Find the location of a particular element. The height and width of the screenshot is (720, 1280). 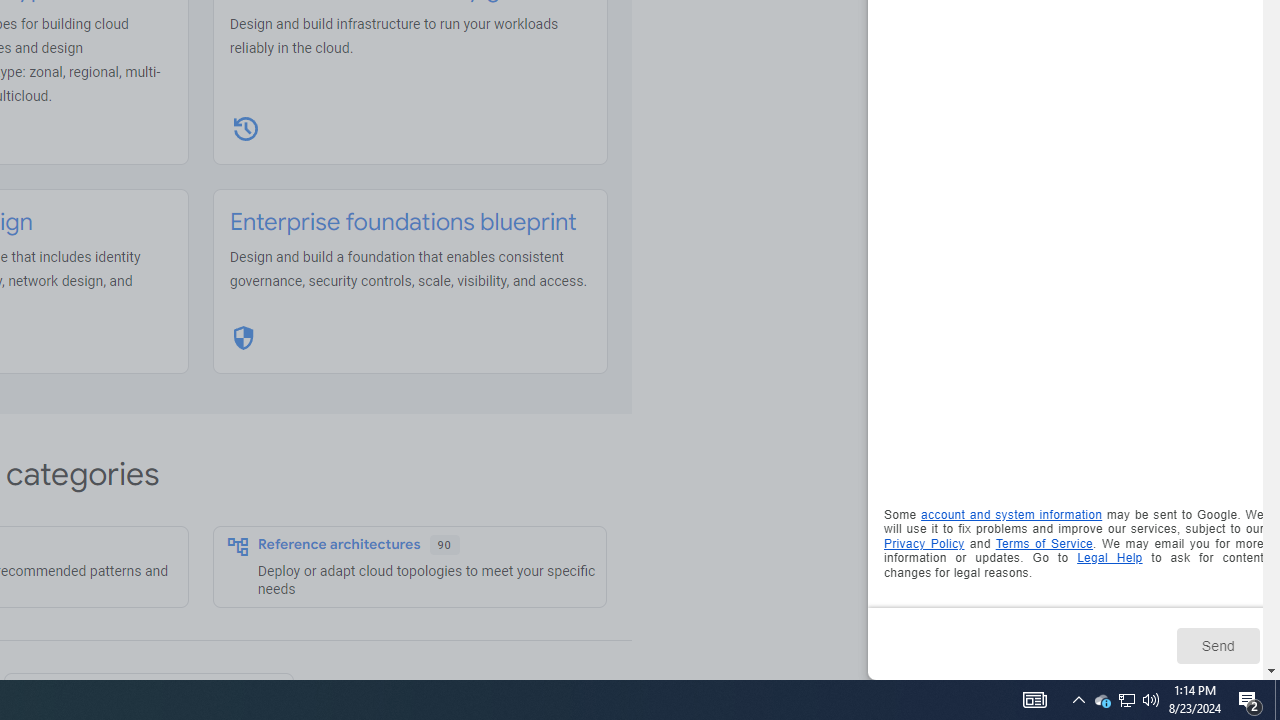

'Opens in a new tab. Terms of Service' is located at coordinates (1043, 543).